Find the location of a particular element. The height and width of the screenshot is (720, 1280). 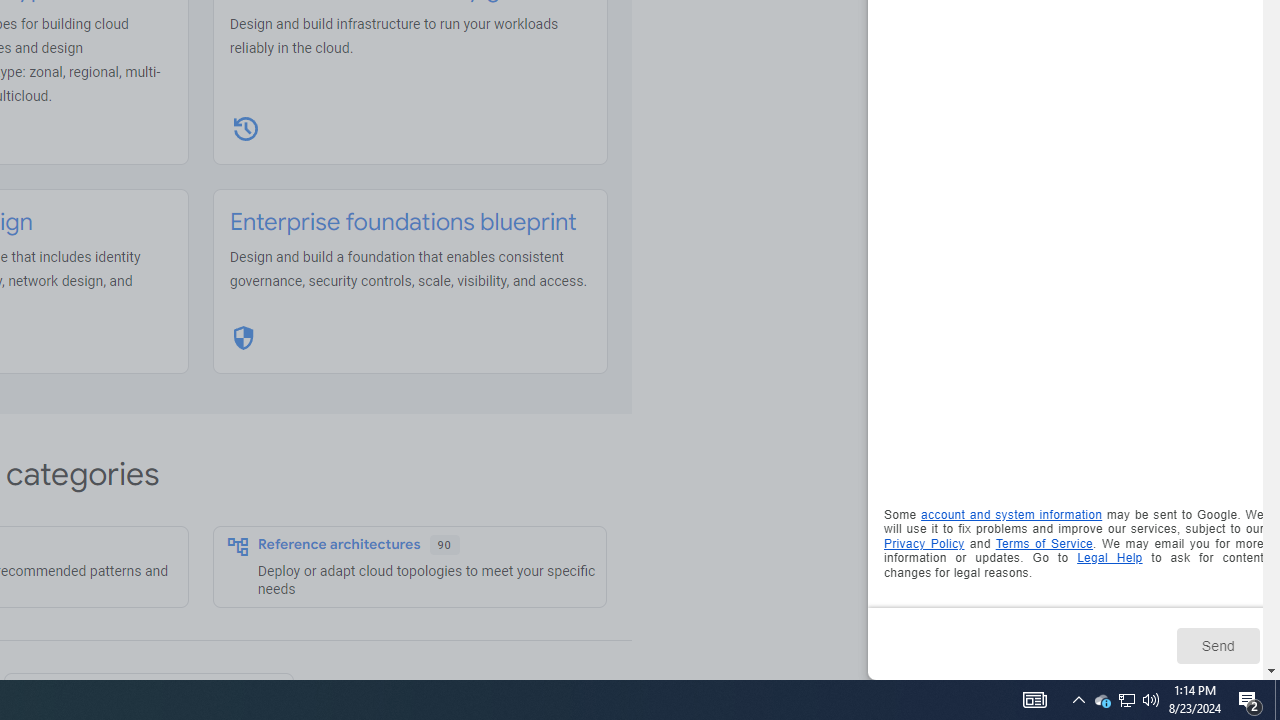

'Opens in a new tab. Terms of Service' is located at coordinates (1043, 543).